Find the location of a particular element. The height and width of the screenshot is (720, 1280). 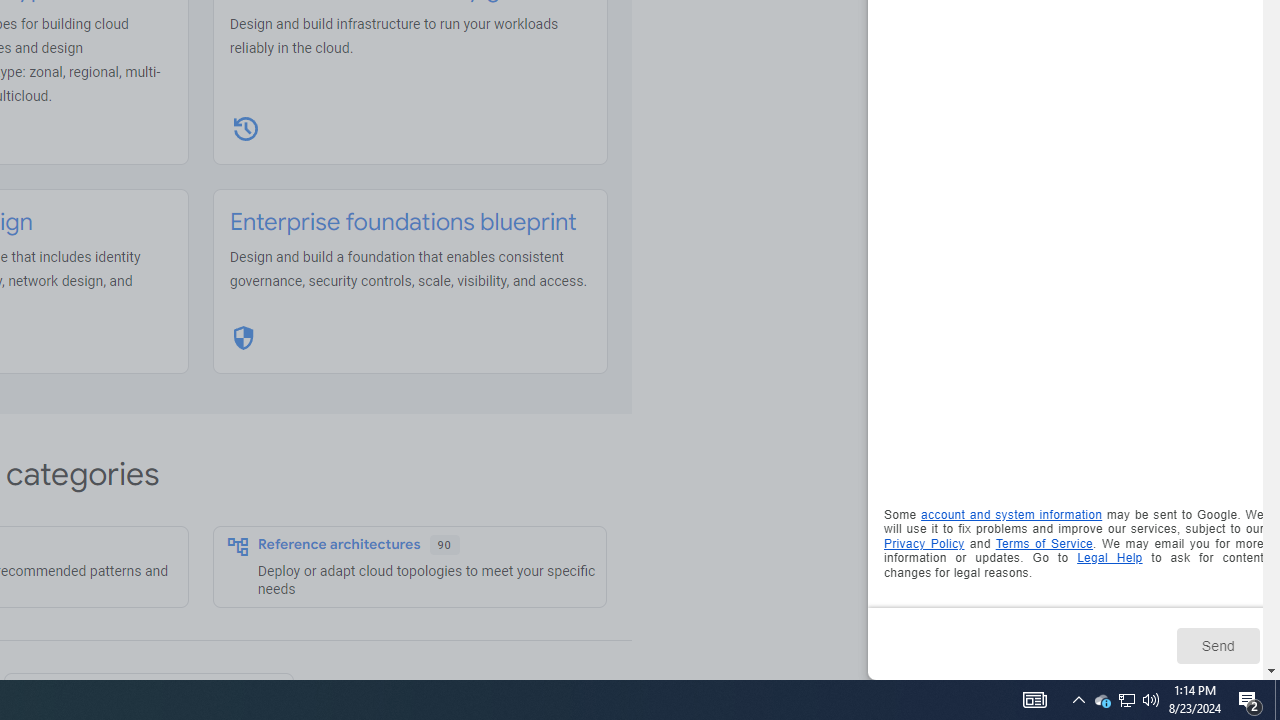

'Opens in a new tab. Terms of Service' is located at coordinates (1043, 543).